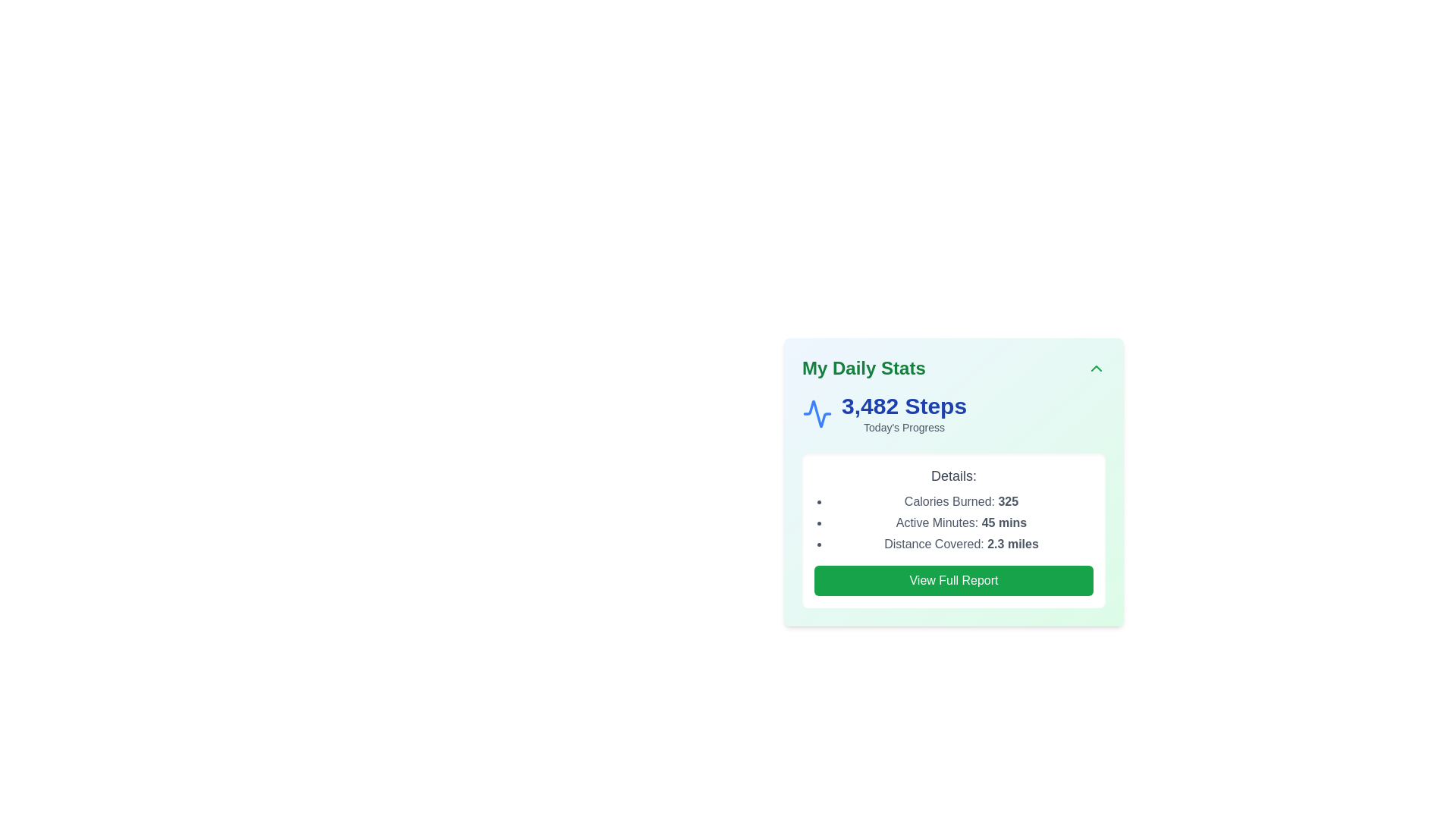 Image resolution: width=1456 pixels, height=819 pixels. Describe the element at coordinates (1008, 501) in the screenshot. I see `the bold text displaying the number '325' at the end of the 'Calories Burned: 325' line within the 'My Daily Stats' card` at that location.